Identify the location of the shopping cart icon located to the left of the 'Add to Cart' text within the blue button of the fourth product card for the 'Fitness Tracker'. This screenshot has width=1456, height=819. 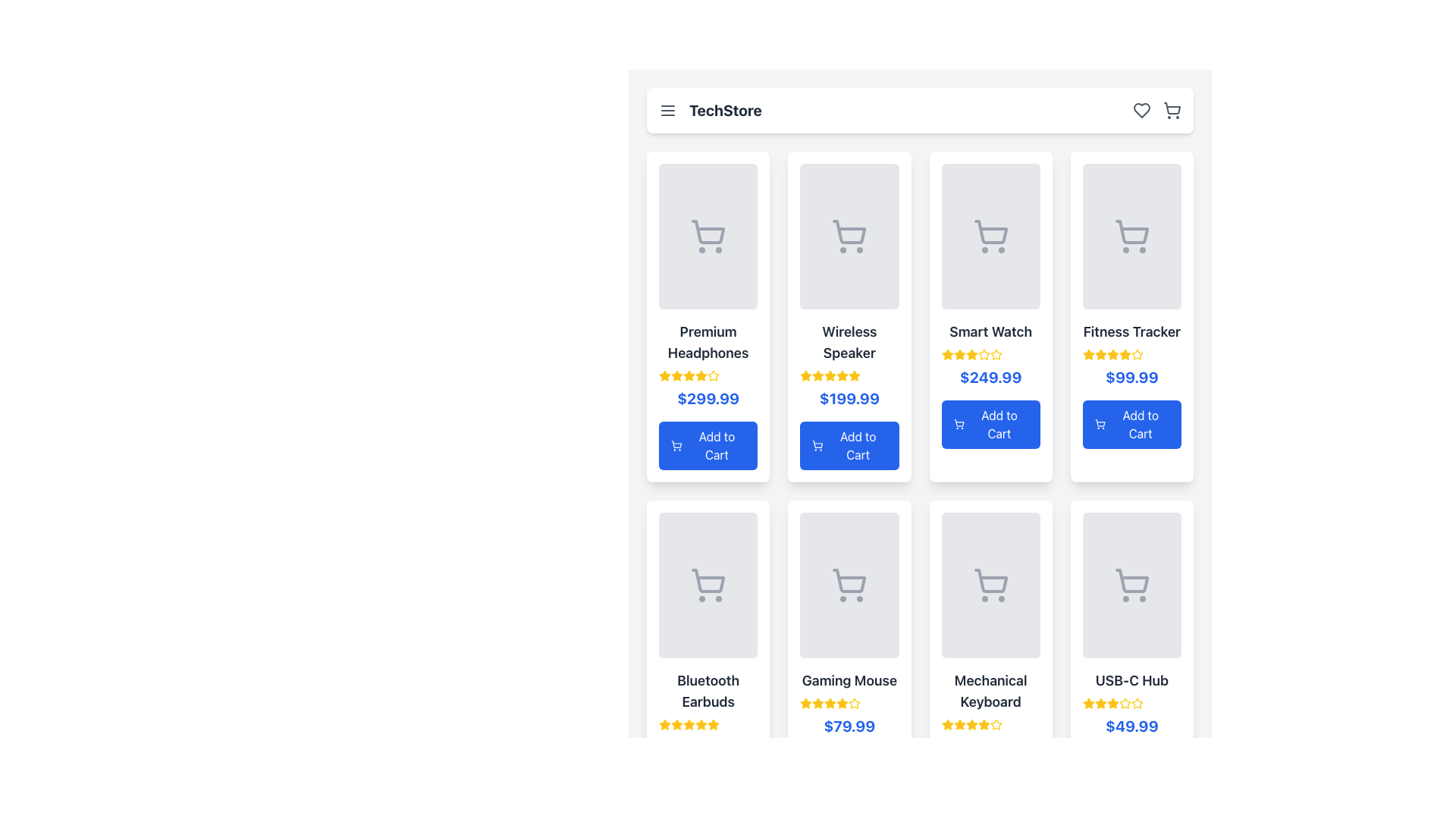
(1100, 424).